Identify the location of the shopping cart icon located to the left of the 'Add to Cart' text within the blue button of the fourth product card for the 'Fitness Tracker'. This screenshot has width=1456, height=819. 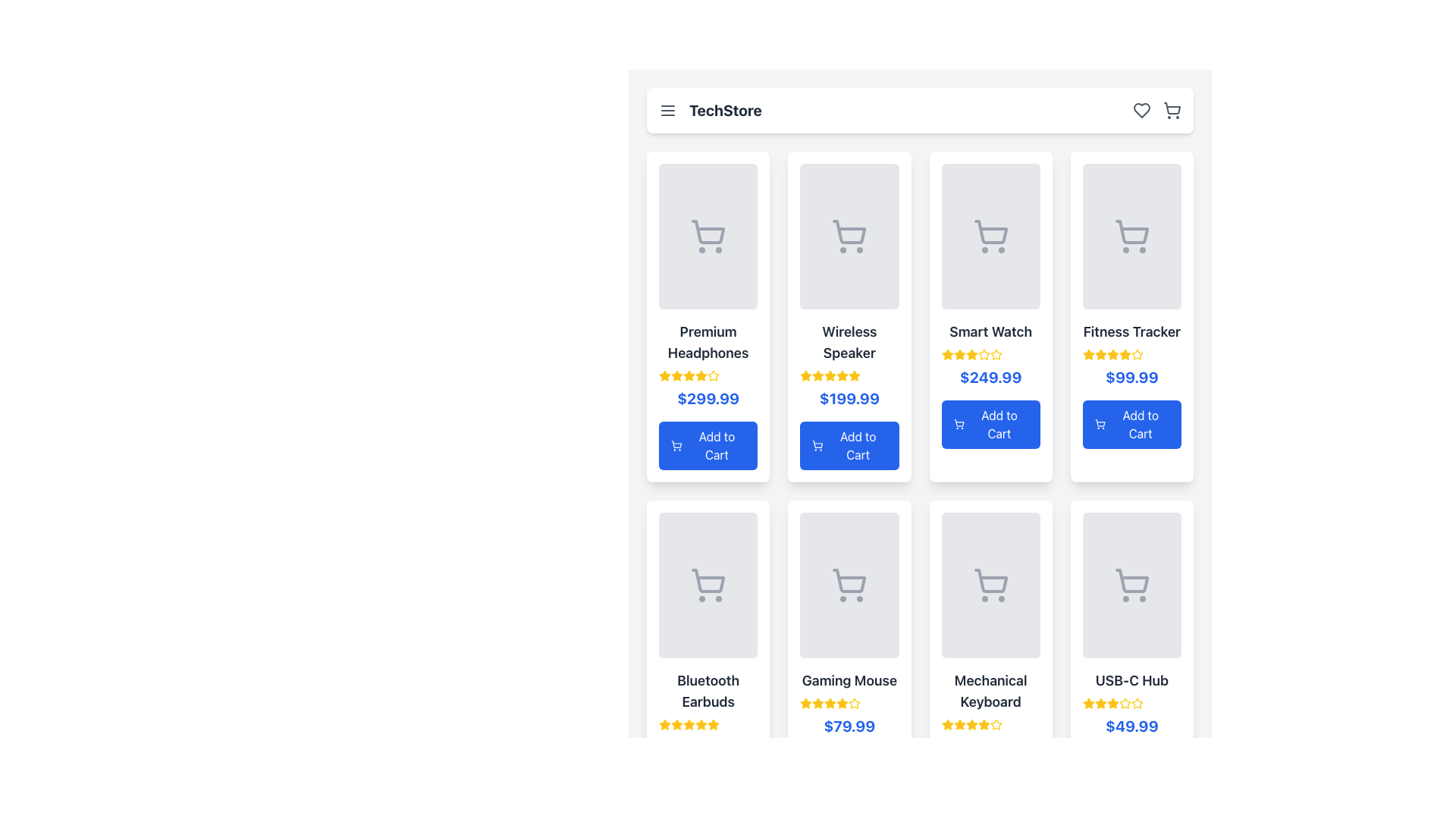
(1100, 424).